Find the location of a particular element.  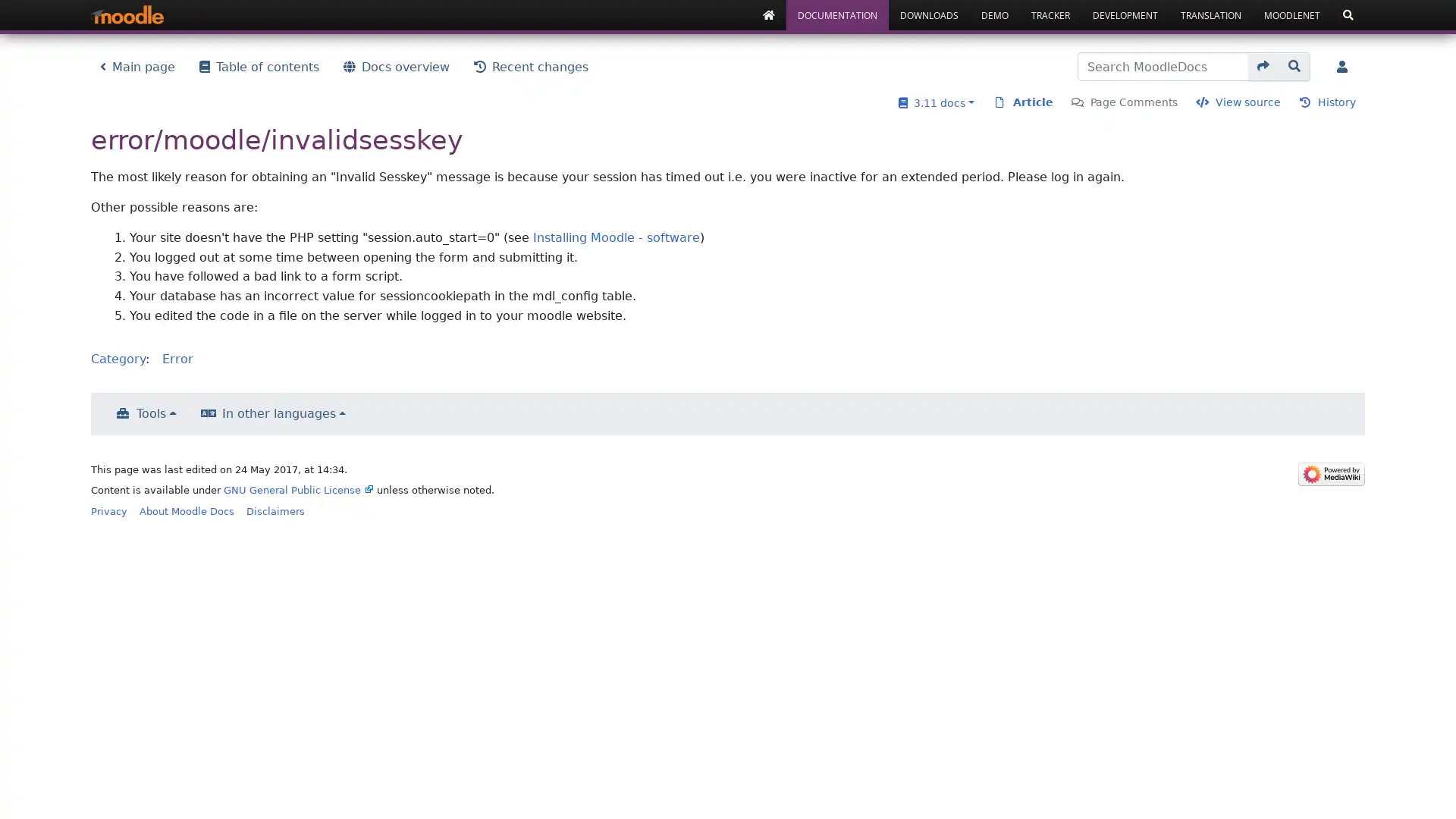

Go to page is located at coordinates (1263, 66).